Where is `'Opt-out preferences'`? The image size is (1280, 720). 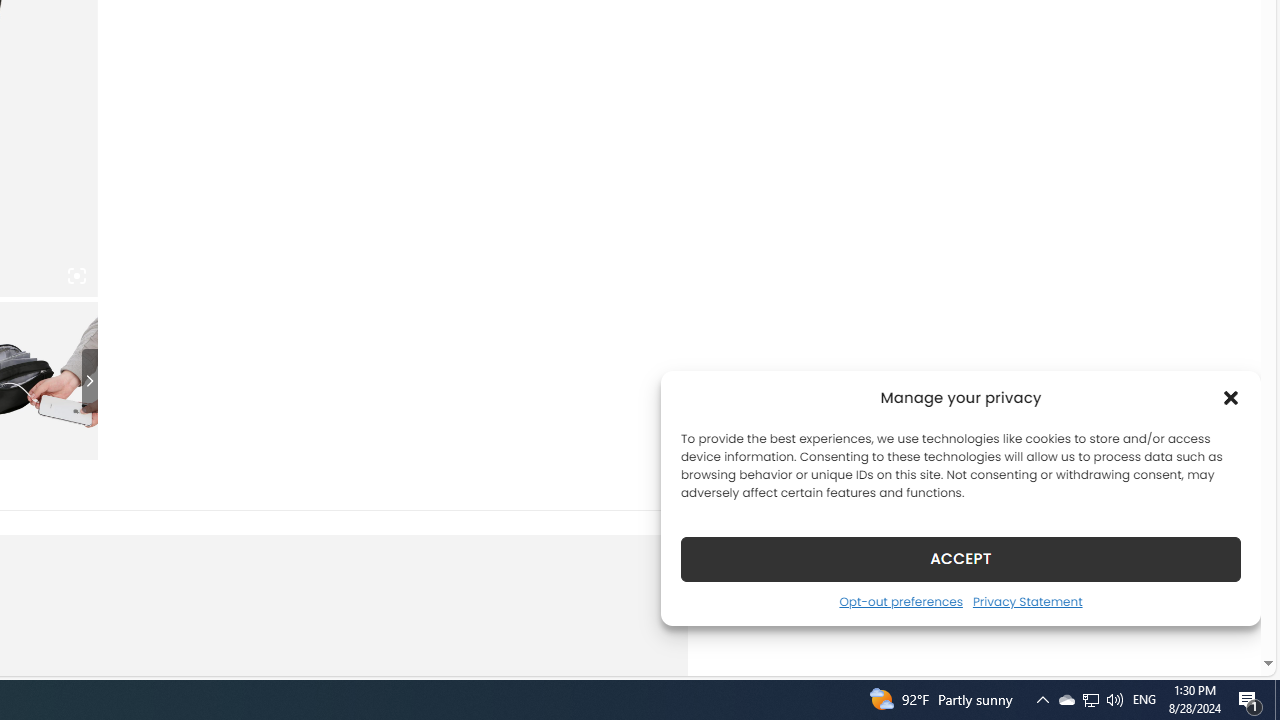
'Opt-out preferences' is located at coordinates (899, 600).